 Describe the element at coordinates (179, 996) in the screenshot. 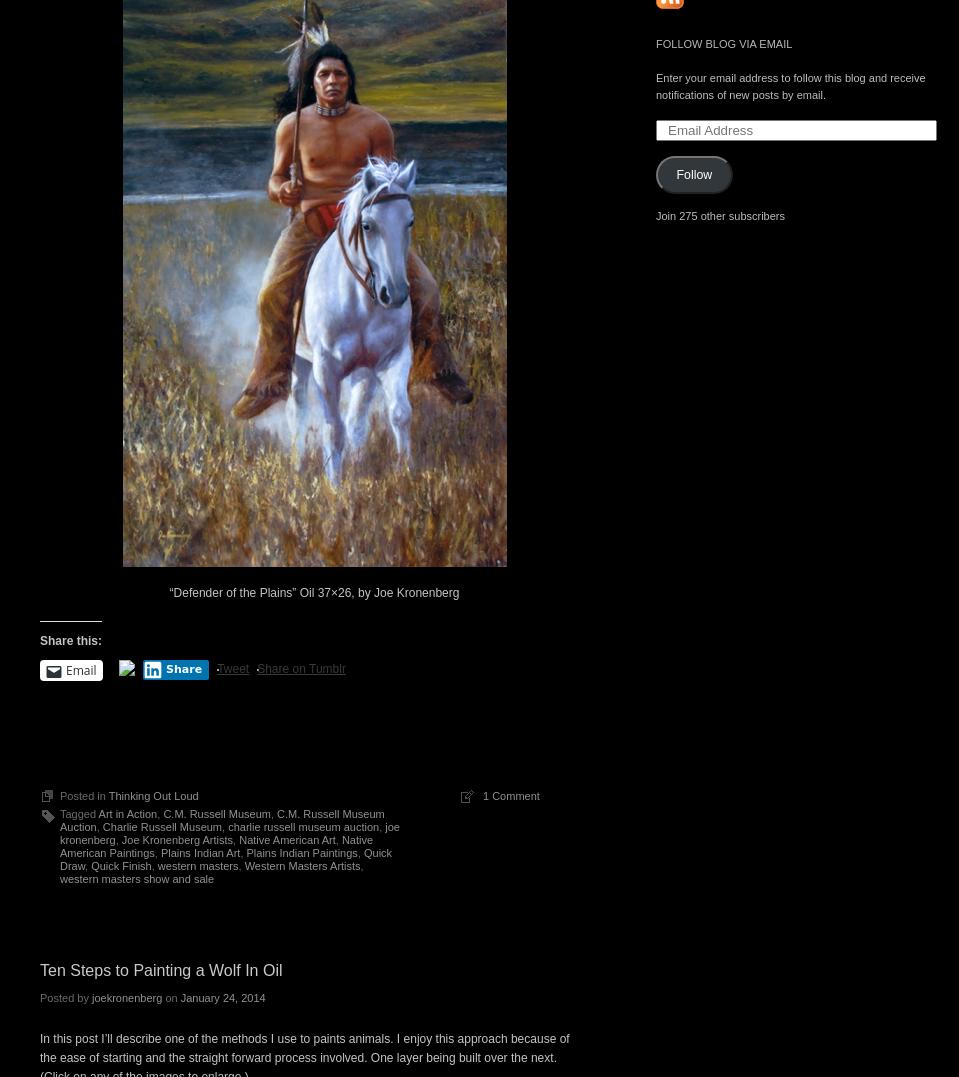

I see `'January 24, 2014'` at that location.